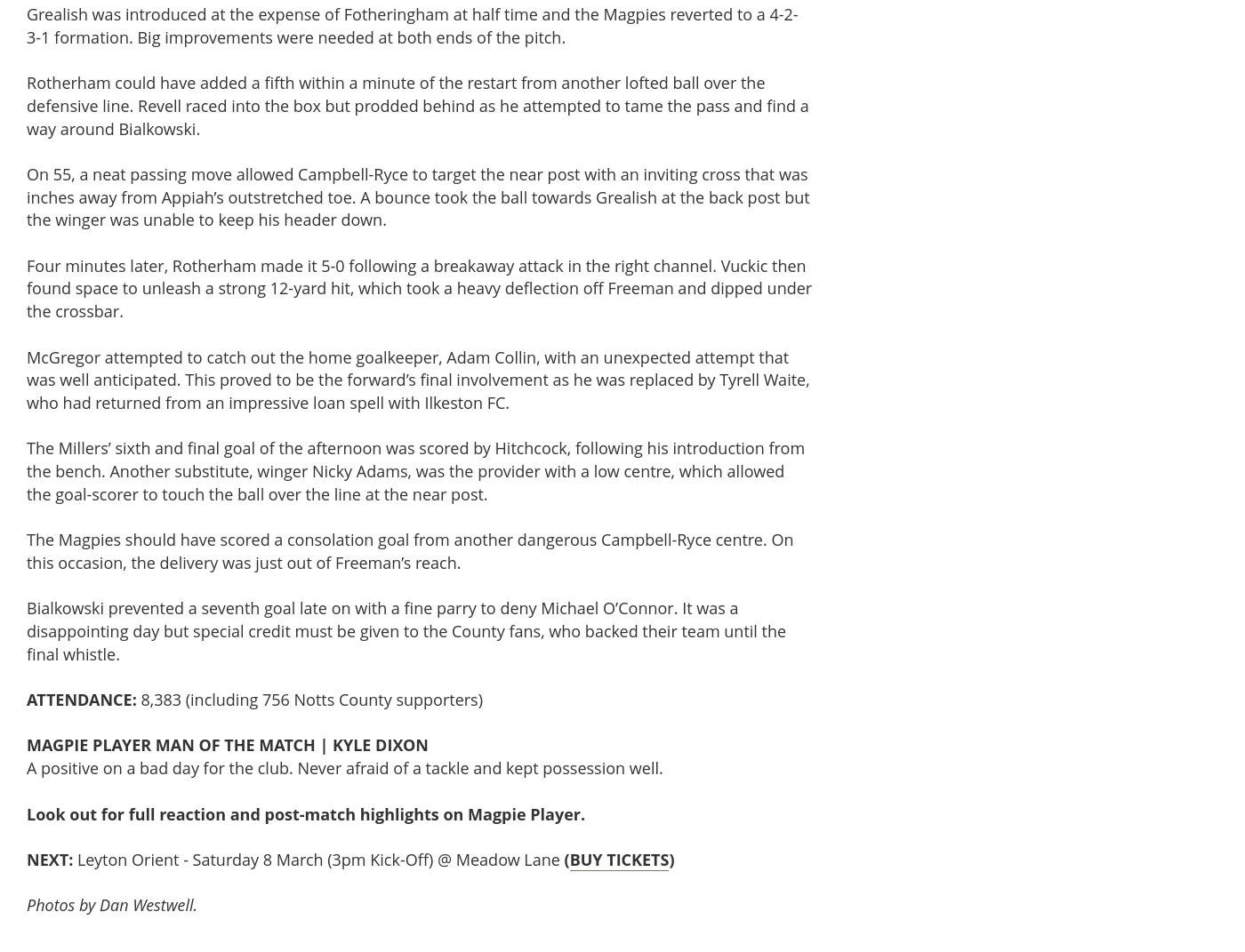 The width and height of the screenshot is (1245, 952). Describe the element at coordinates (112, 904) in the screenshot. I see `'Photos by Dan Westwell.'` at that location.